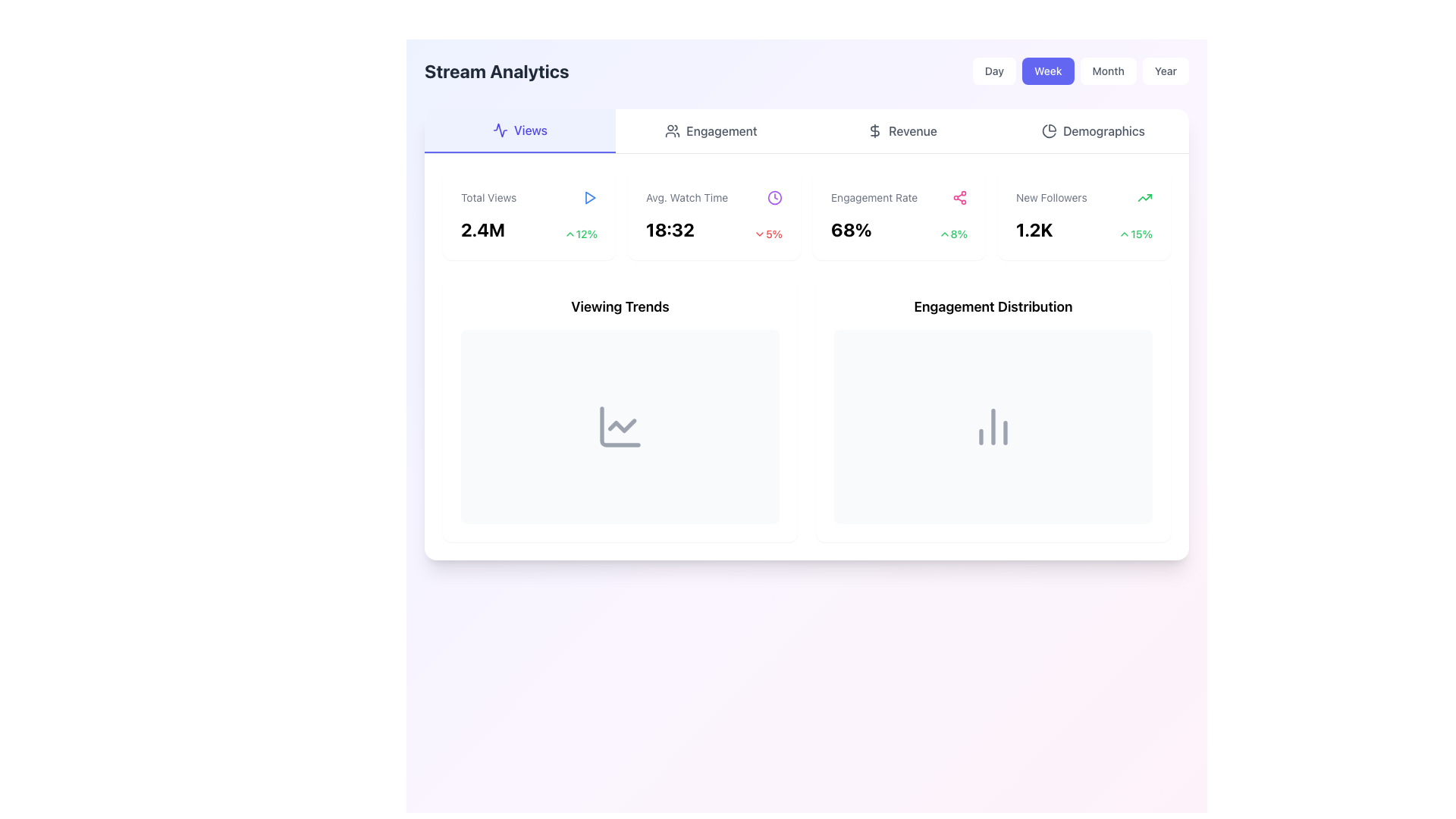 The width and height of the screenshot is (1456, 819). I want to click on the prominent bold text label displaying '2.4M', which is located in the top-left corner under the 'Total Views' heading, so click(482, 230).